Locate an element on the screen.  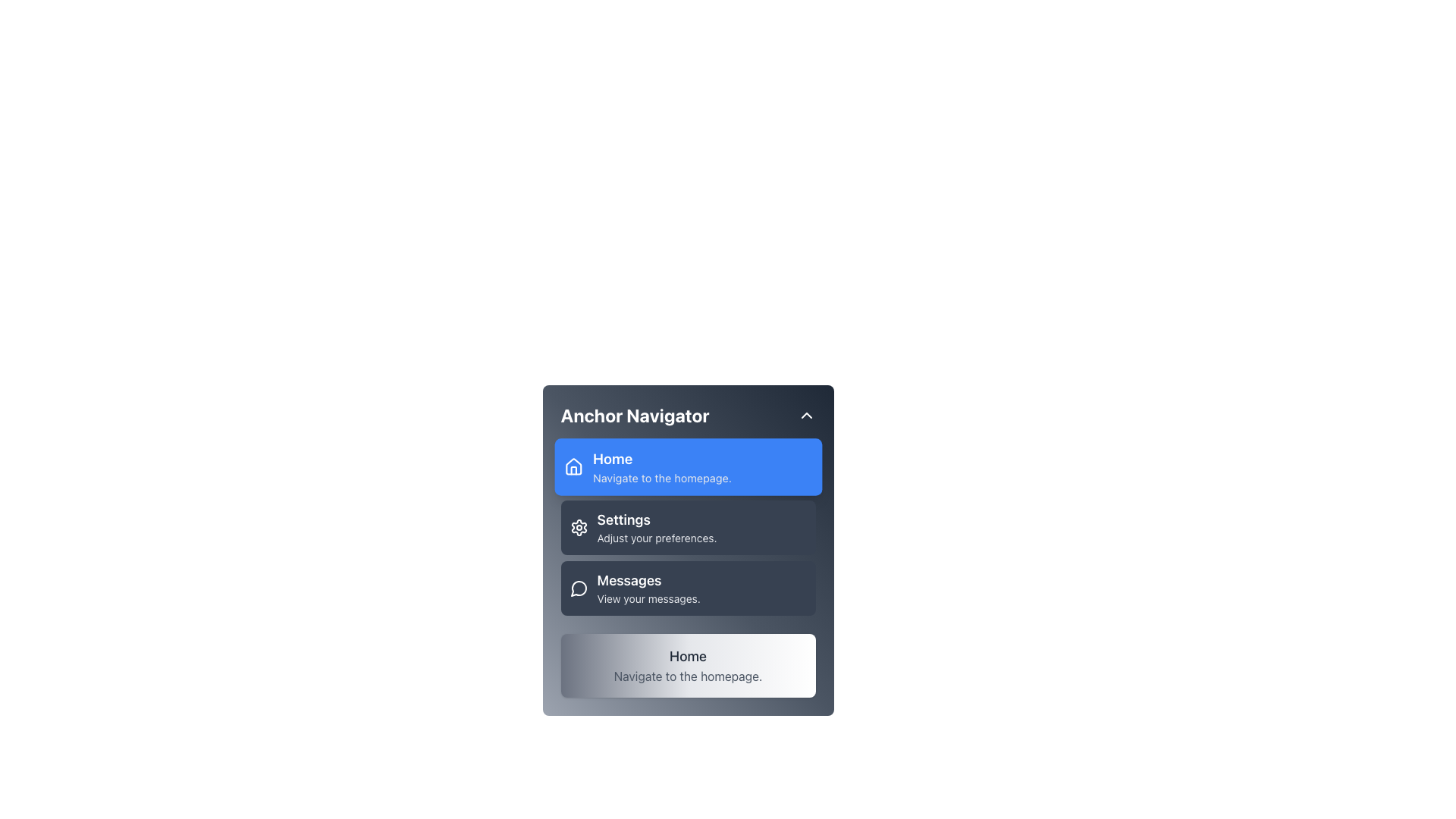
the downward-facing chevron arrow located in the top-right corner of the 'Anchor Navigator' box is located at coordinates (805, 415).